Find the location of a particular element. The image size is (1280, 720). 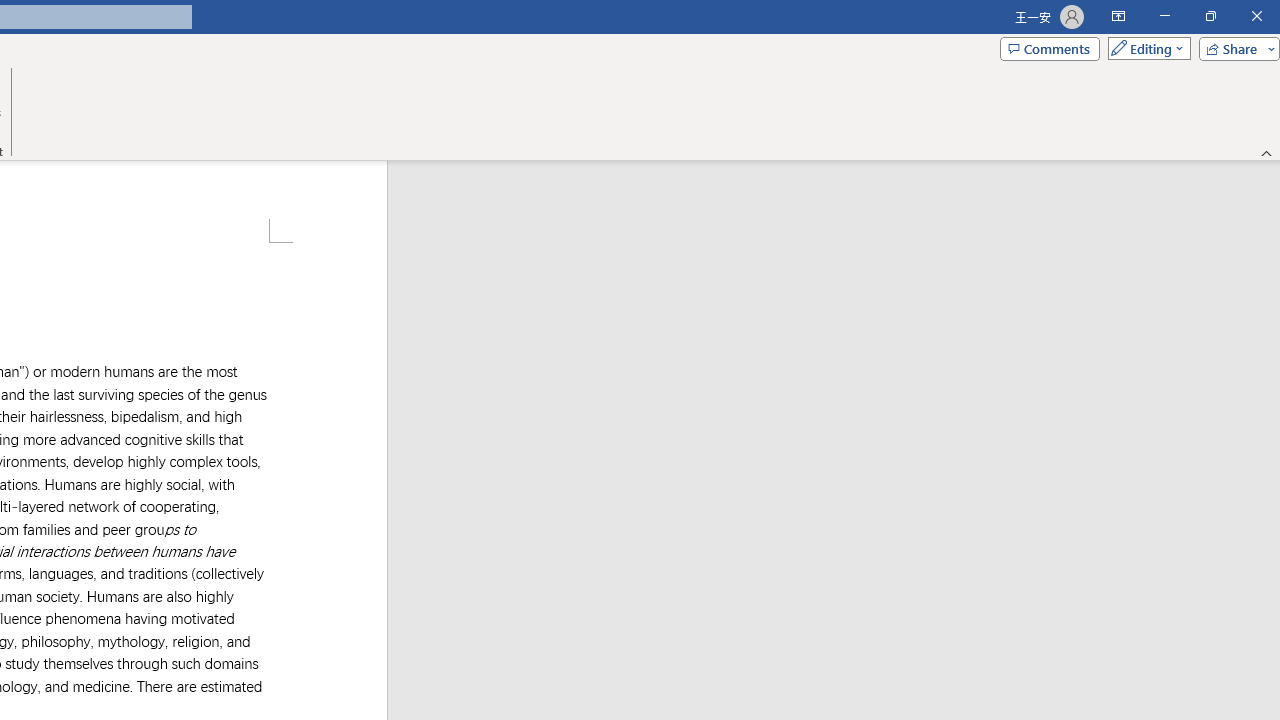

'Restore Down' is located at coordinates (1209, 16).